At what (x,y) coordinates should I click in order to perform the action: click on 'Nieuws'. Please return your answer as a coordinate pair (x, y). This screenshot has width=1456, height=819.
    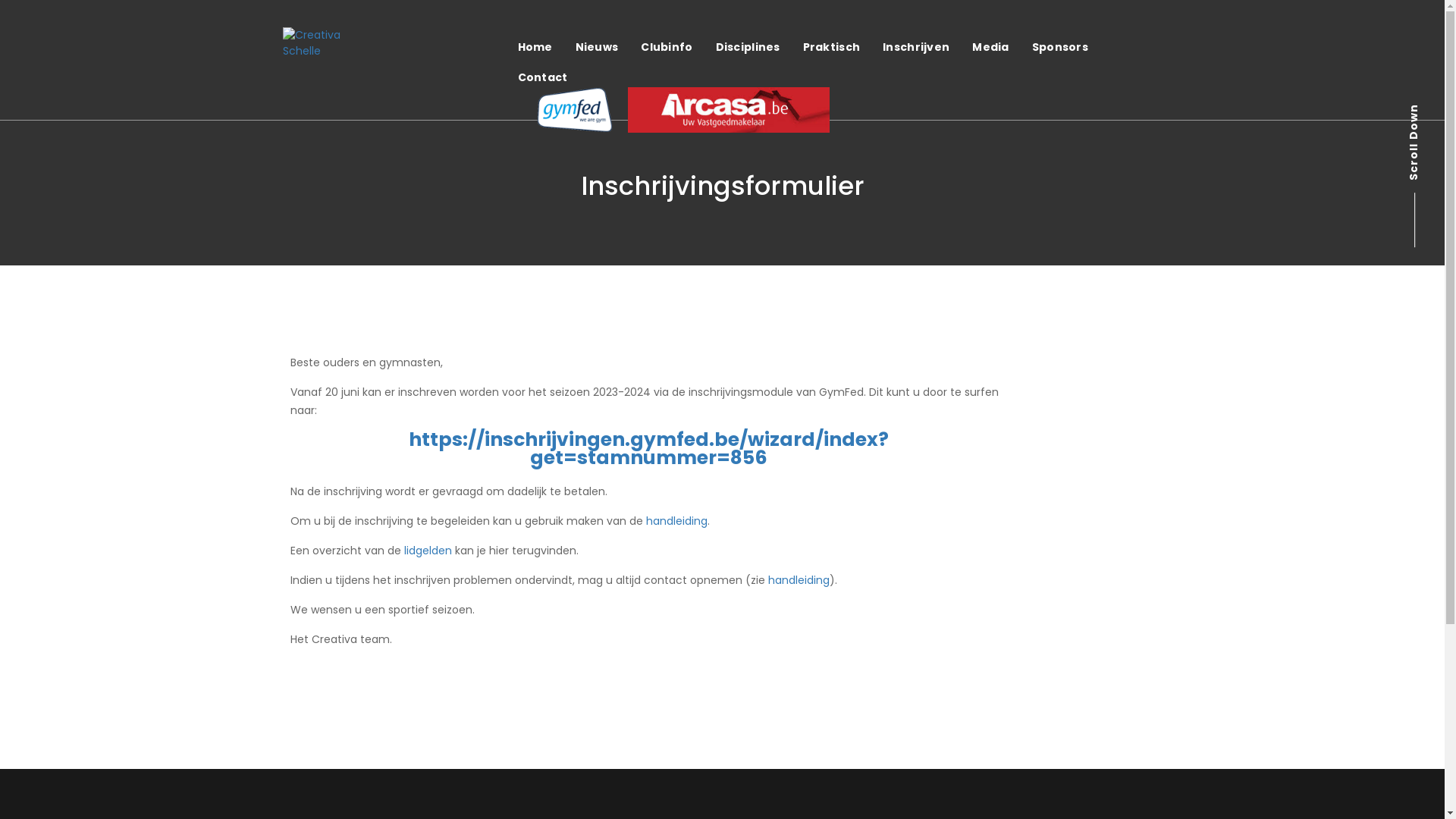
    Looking at the image, I should click on (596, 45).